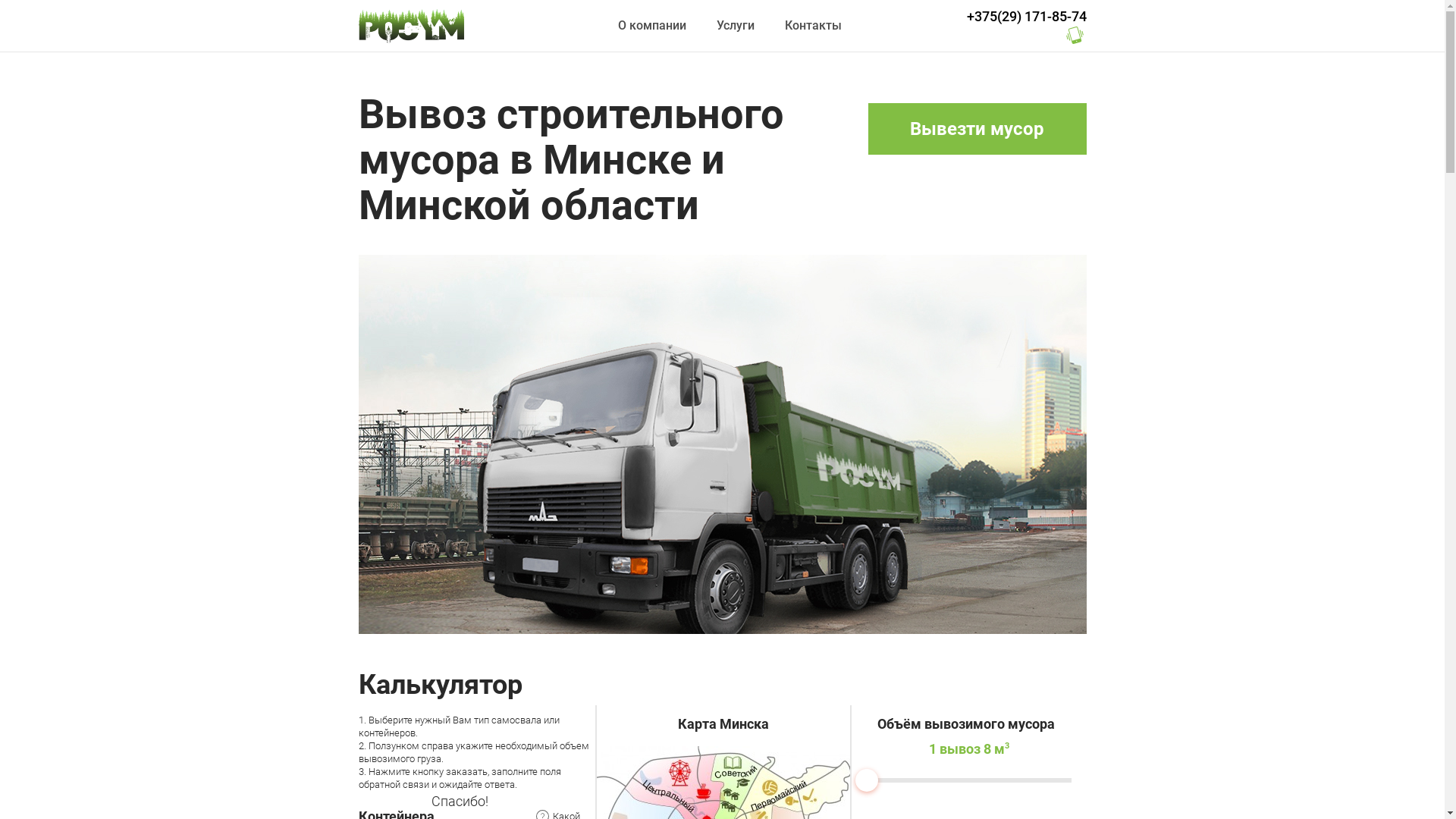  What do you see at coordinates (1026, 15) in the screenshot?
I see `'+375(29) 171-85-74'` at bounding box center [1026, 15].